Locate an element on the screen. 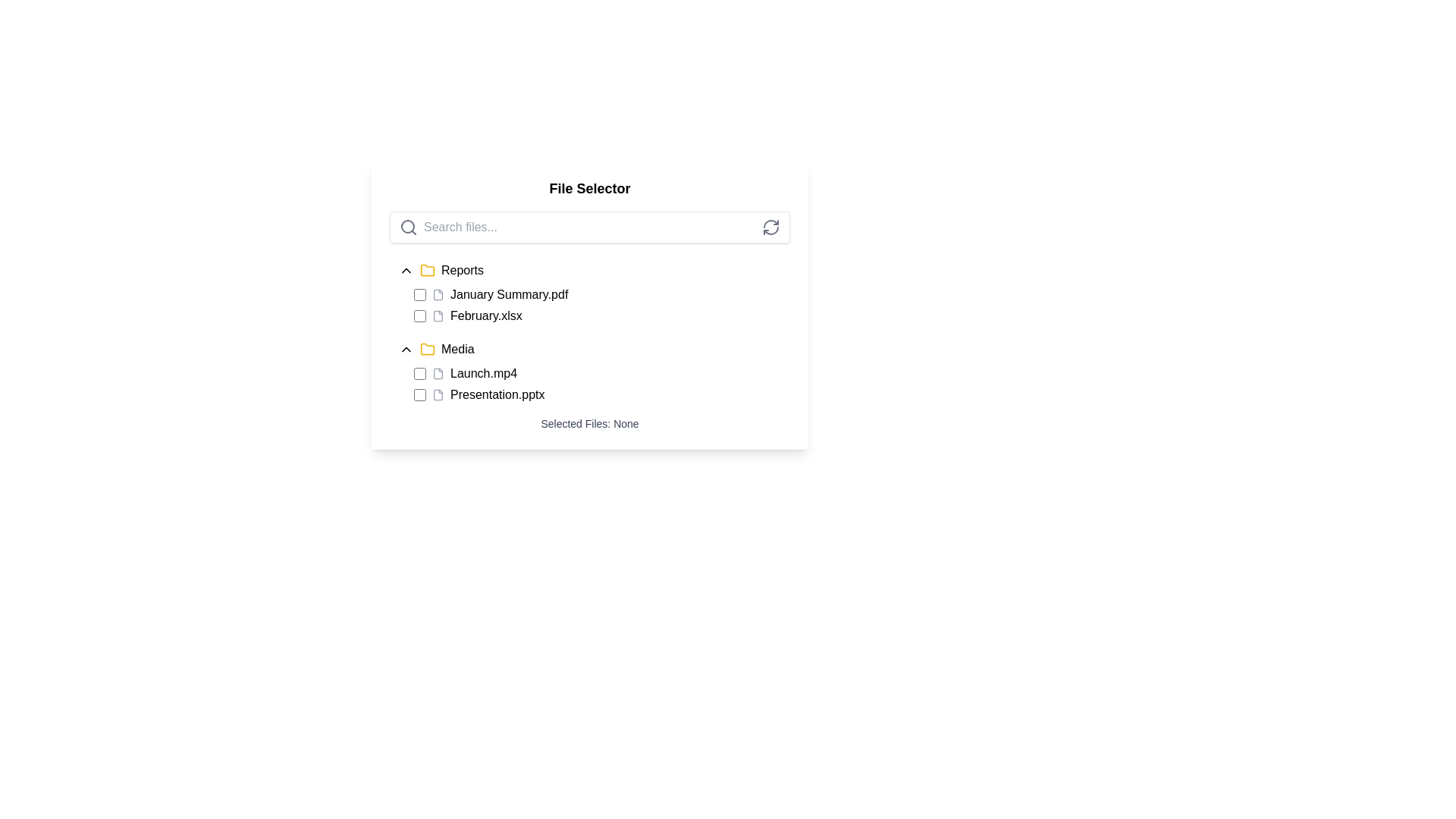 This screenshot has width=1456, height=819. the text display element that shows 'Selected Files: None' at the bottom of the file selector component is located at coordinates (588, 424).